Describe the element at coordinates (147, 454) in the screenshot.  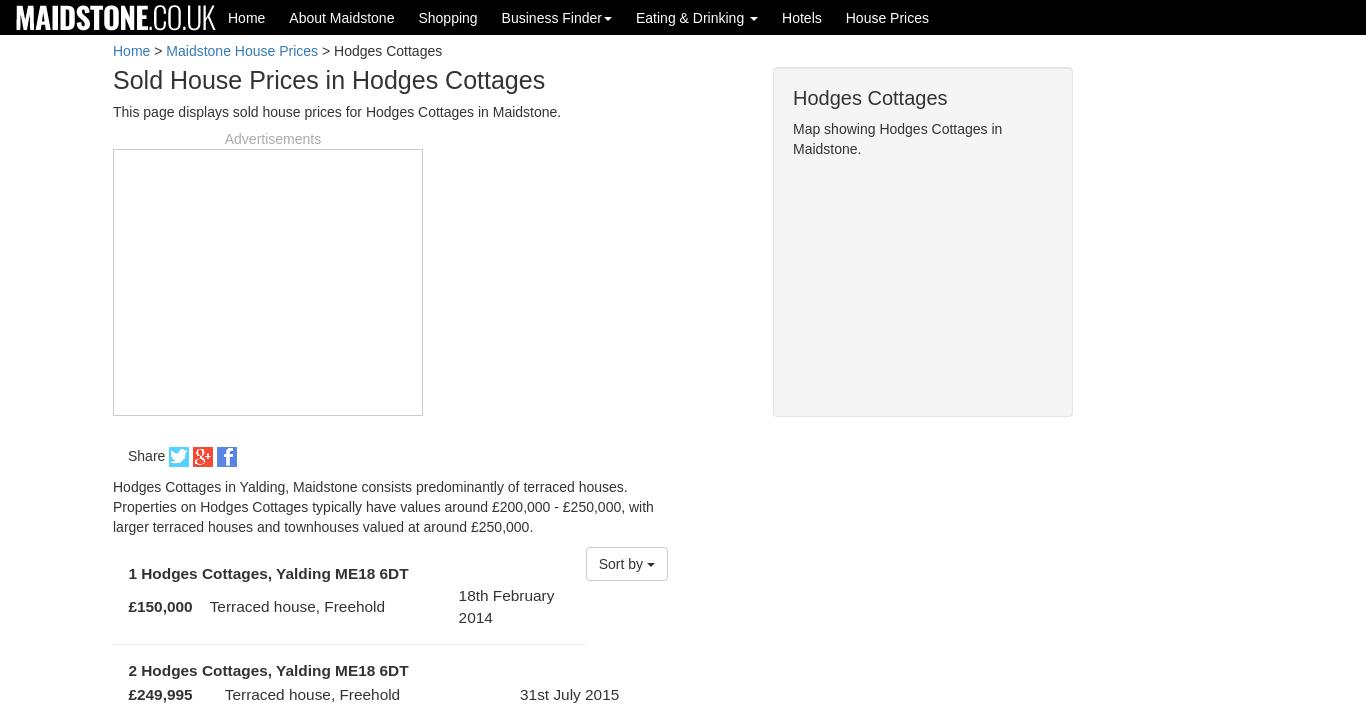
I see `'Share'` at that location.